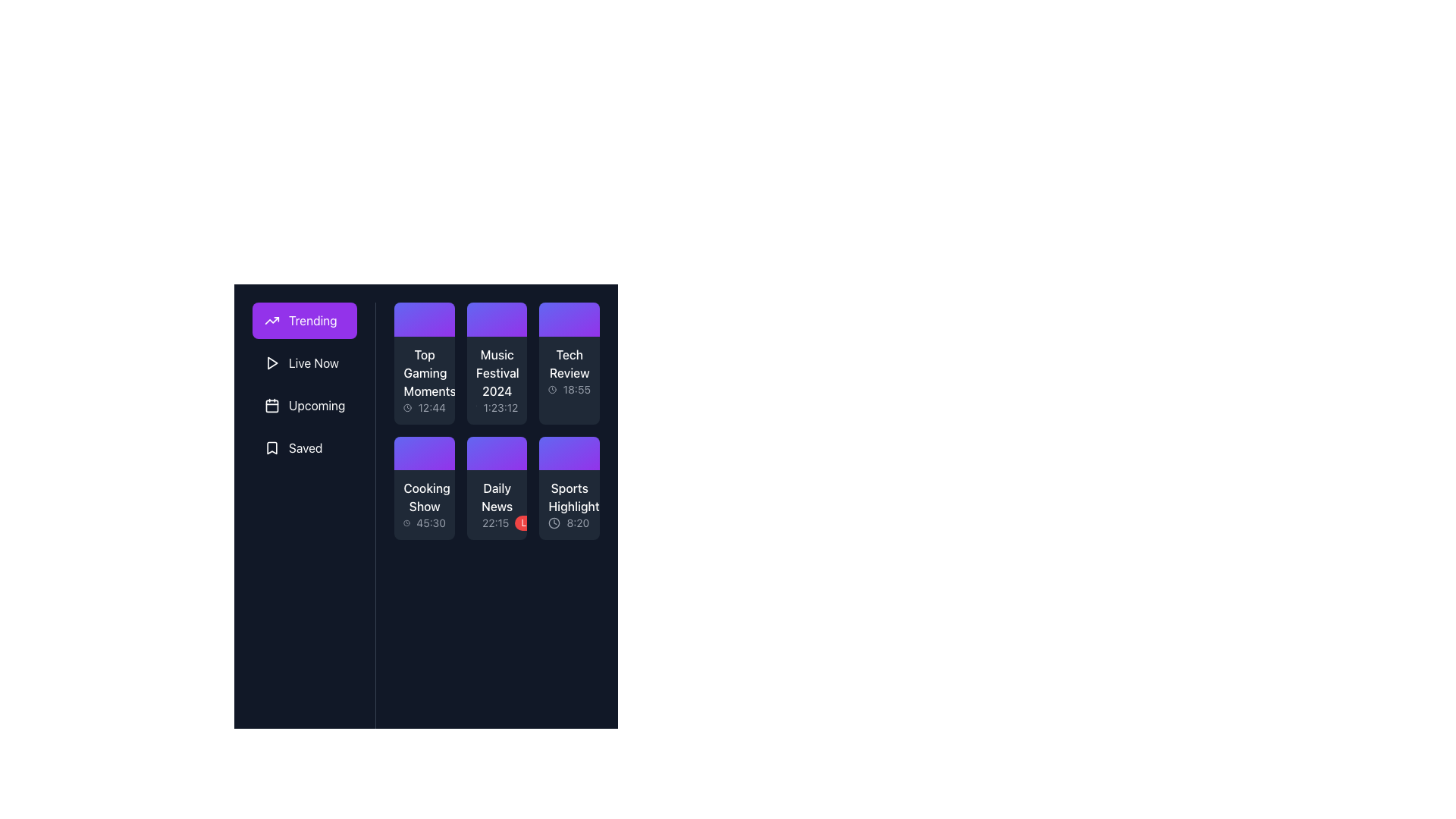  Describe the element at coordinates (272, 447) in the screenshot. I see `the bookmark icon located on the left-side navigation menu, adjacent to the 'Saved' label, which indicates saved items` at that location.